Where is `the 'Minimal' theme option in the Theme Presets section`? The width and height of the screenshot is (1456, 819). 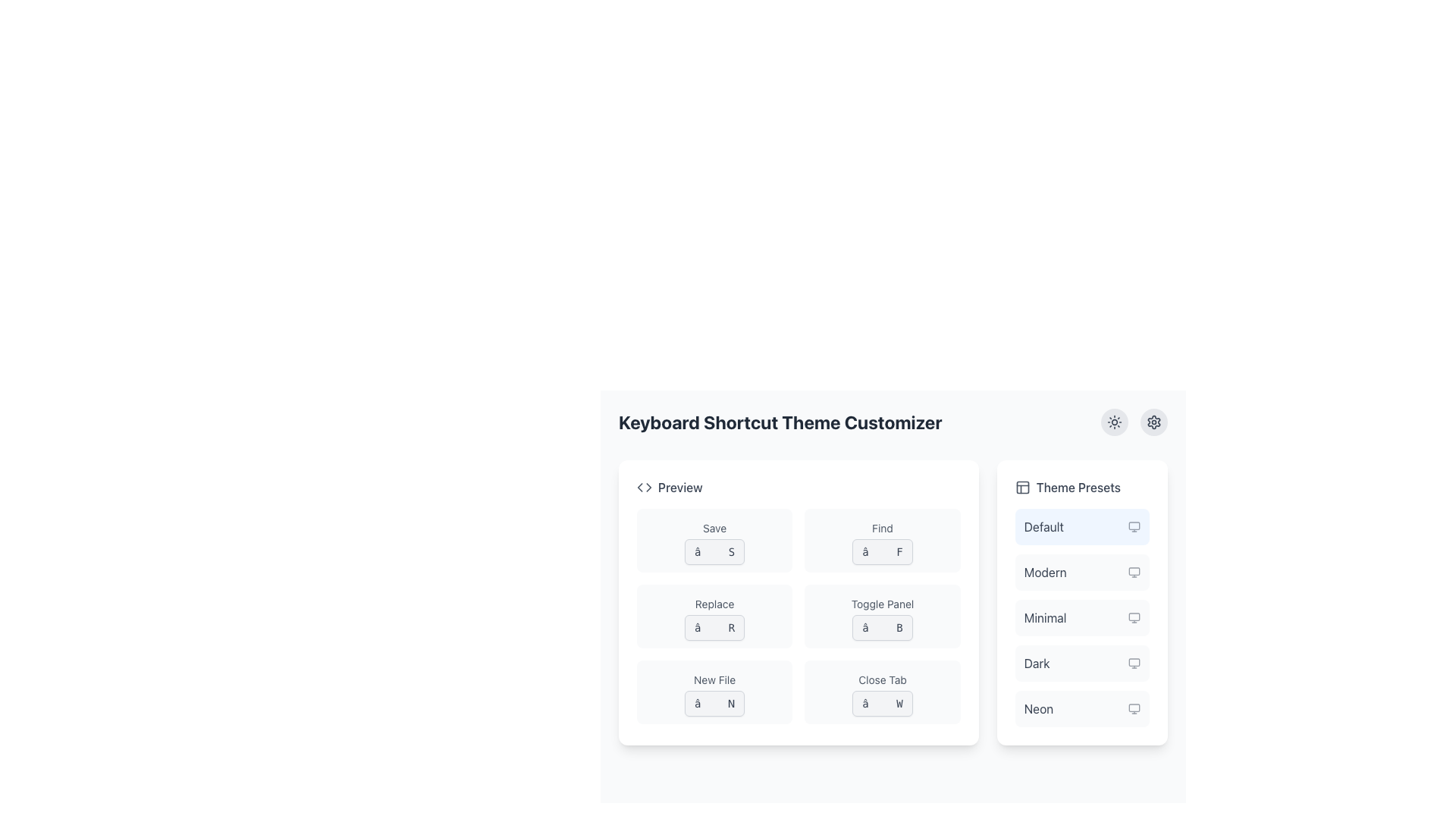 the 'Minimal' theme option in the Theme Presets section is located at coordinates (1044, 617).